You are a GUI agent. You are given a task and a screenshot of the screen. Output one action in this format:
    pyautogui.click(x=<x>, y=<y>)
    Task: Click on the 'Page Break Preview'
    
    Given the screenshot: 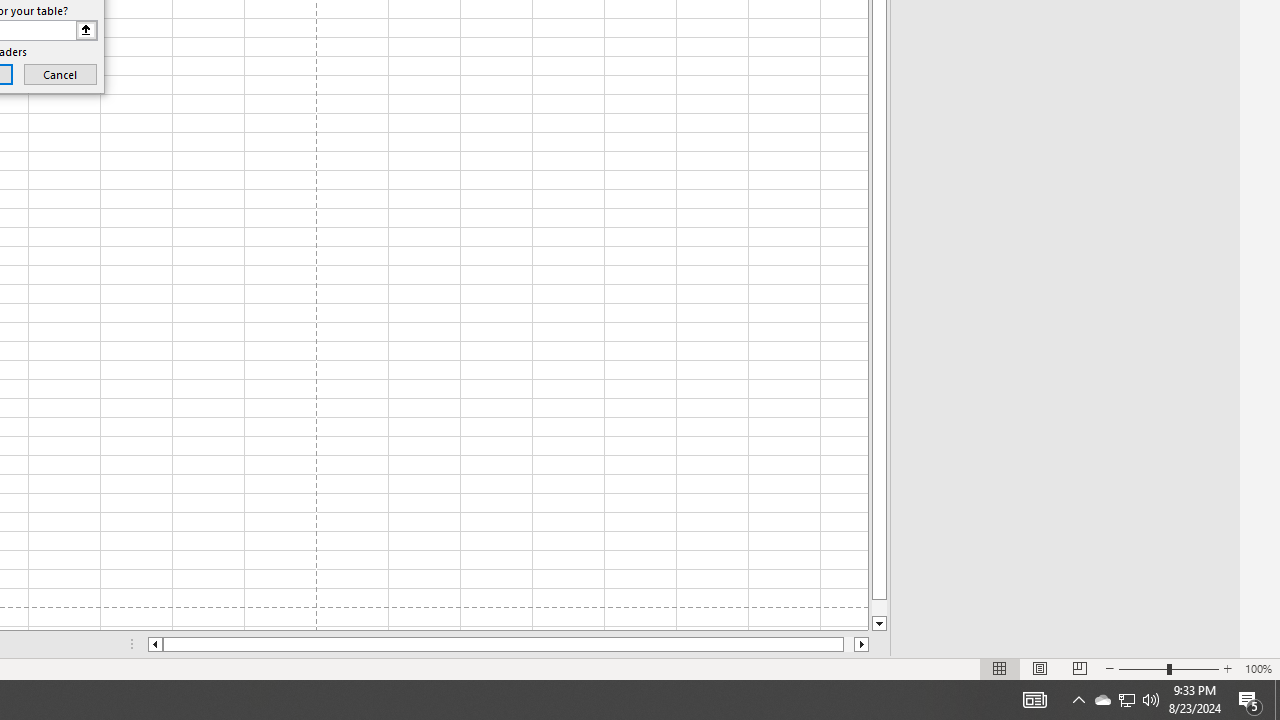 What is the action you would take?
    pyautogui.click(x=1078, y=669)
    